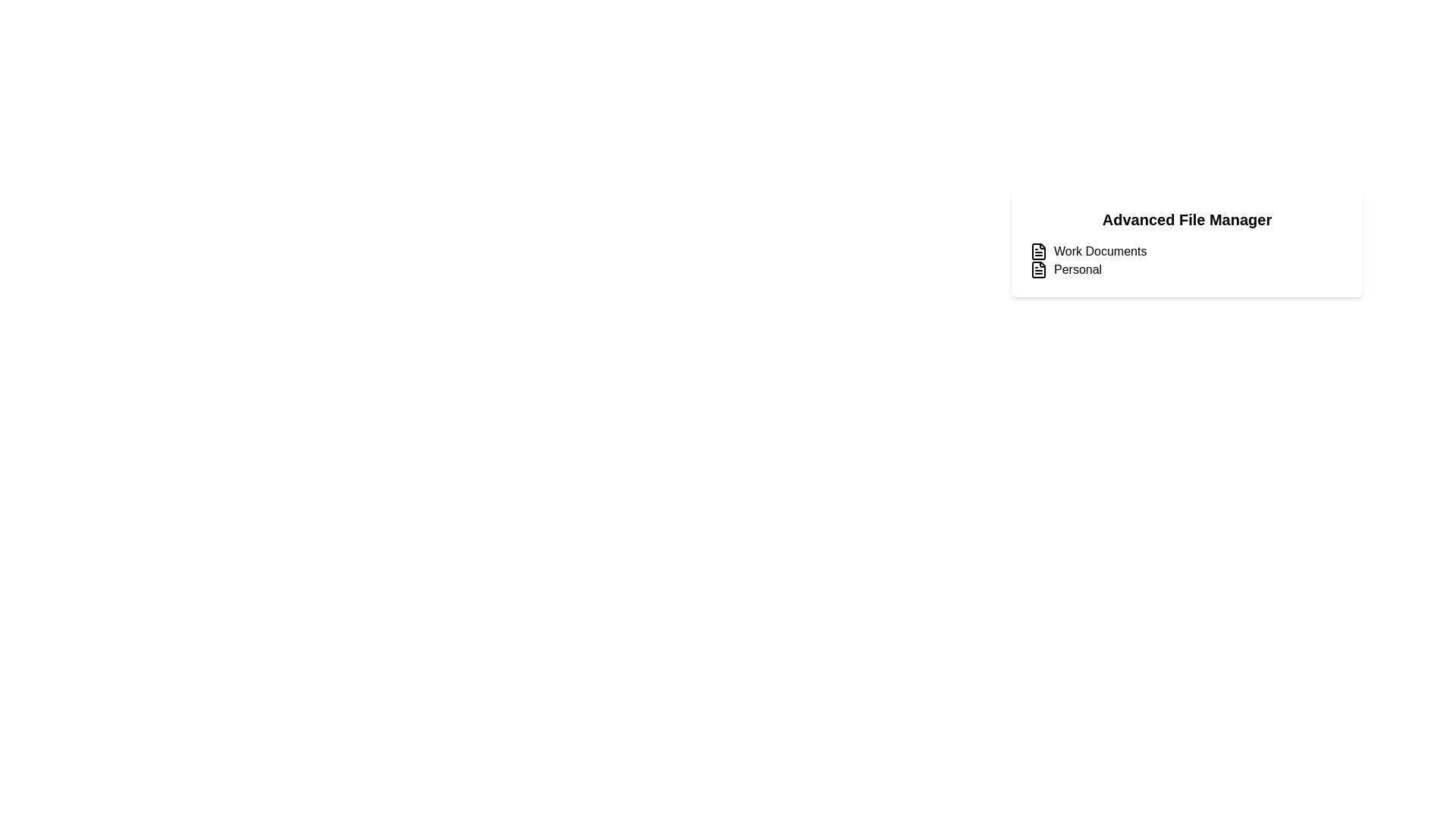 This screenshot has width=1456, height=819. I want to click on the graphical icon representing 'Work Documents', so click(1037, 250).